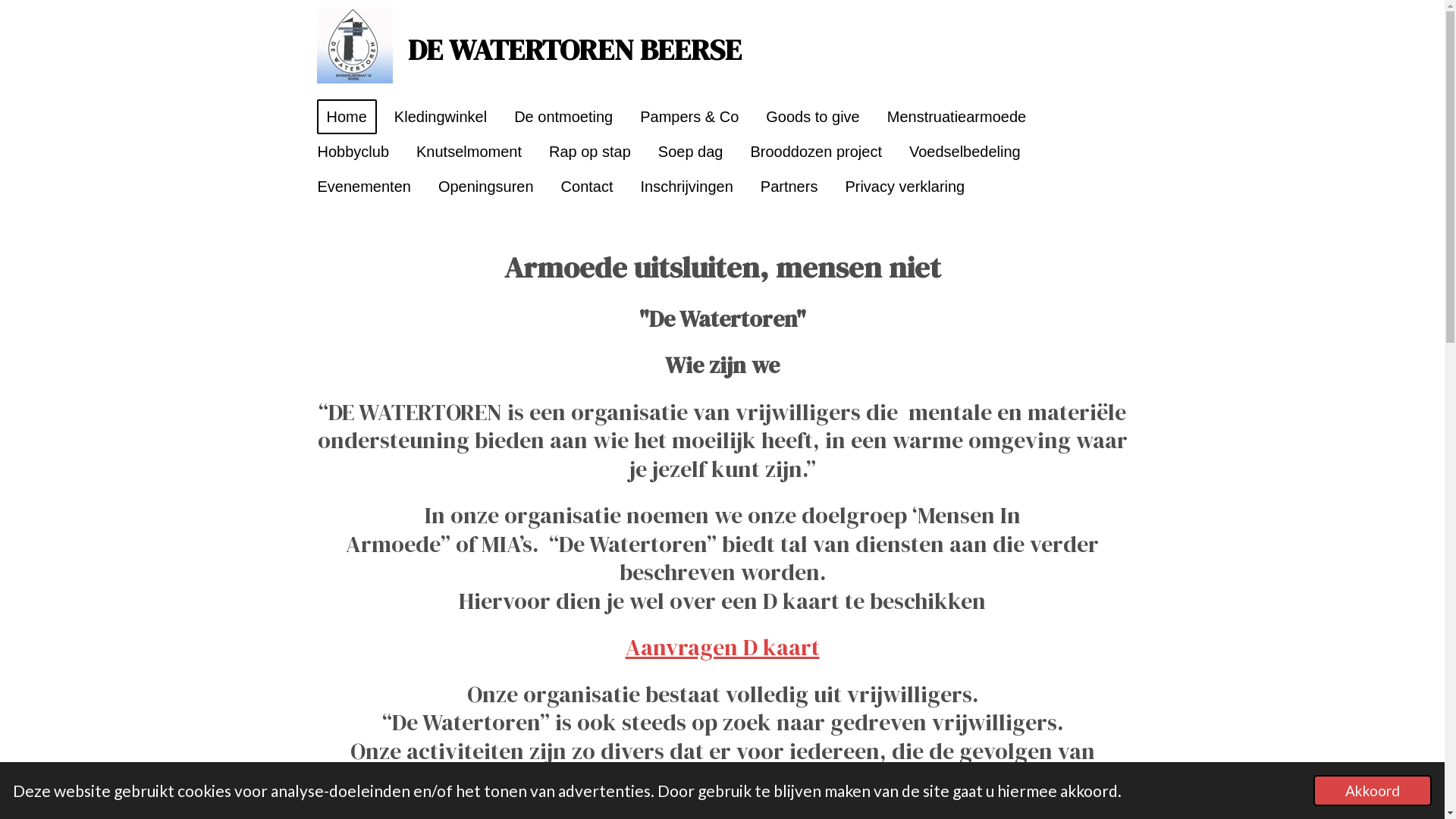  I want to click on 'Partners', so click(789, 186).